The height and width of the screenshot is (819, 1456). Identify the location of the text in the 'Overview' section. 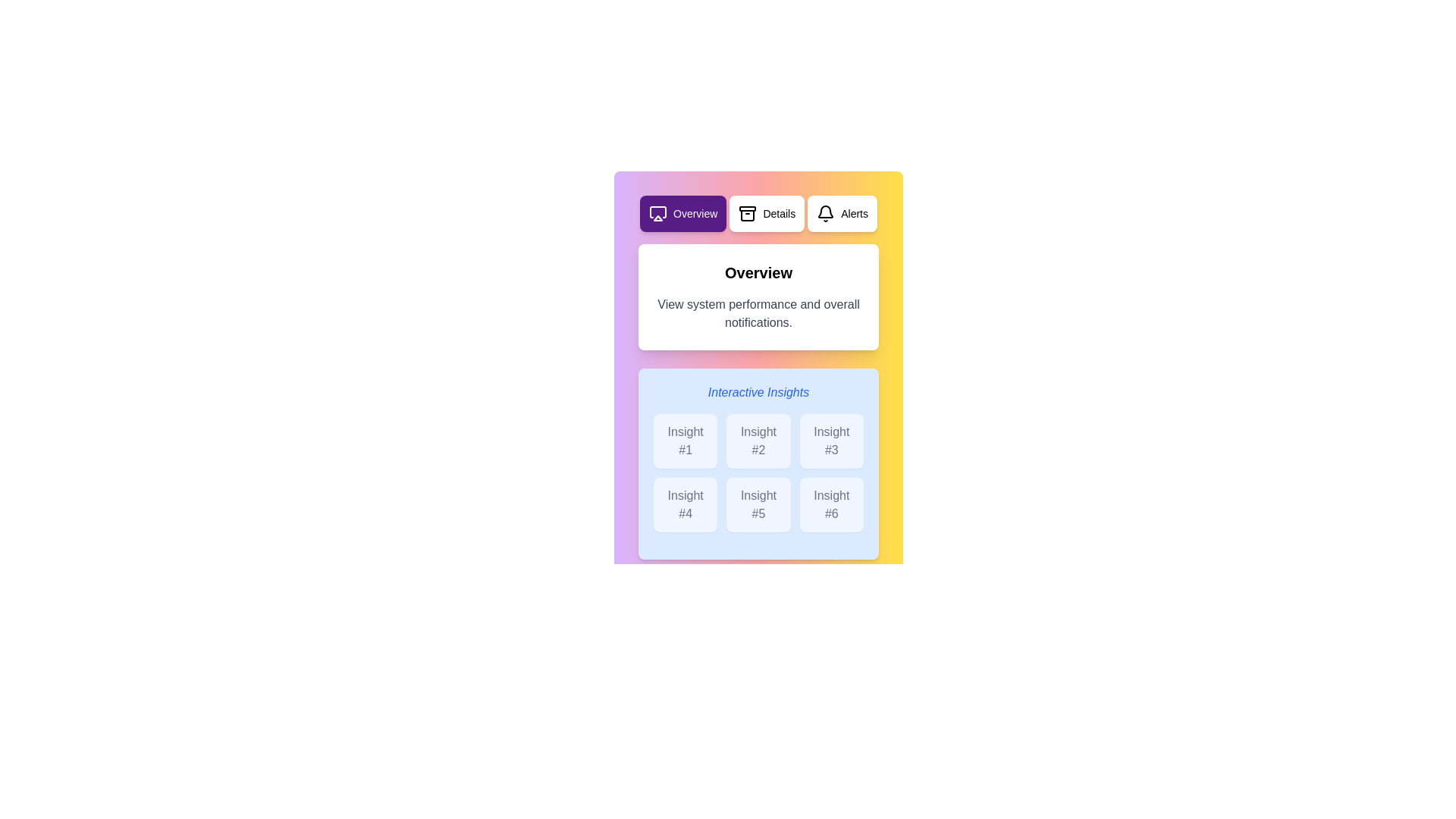
(758, 297).